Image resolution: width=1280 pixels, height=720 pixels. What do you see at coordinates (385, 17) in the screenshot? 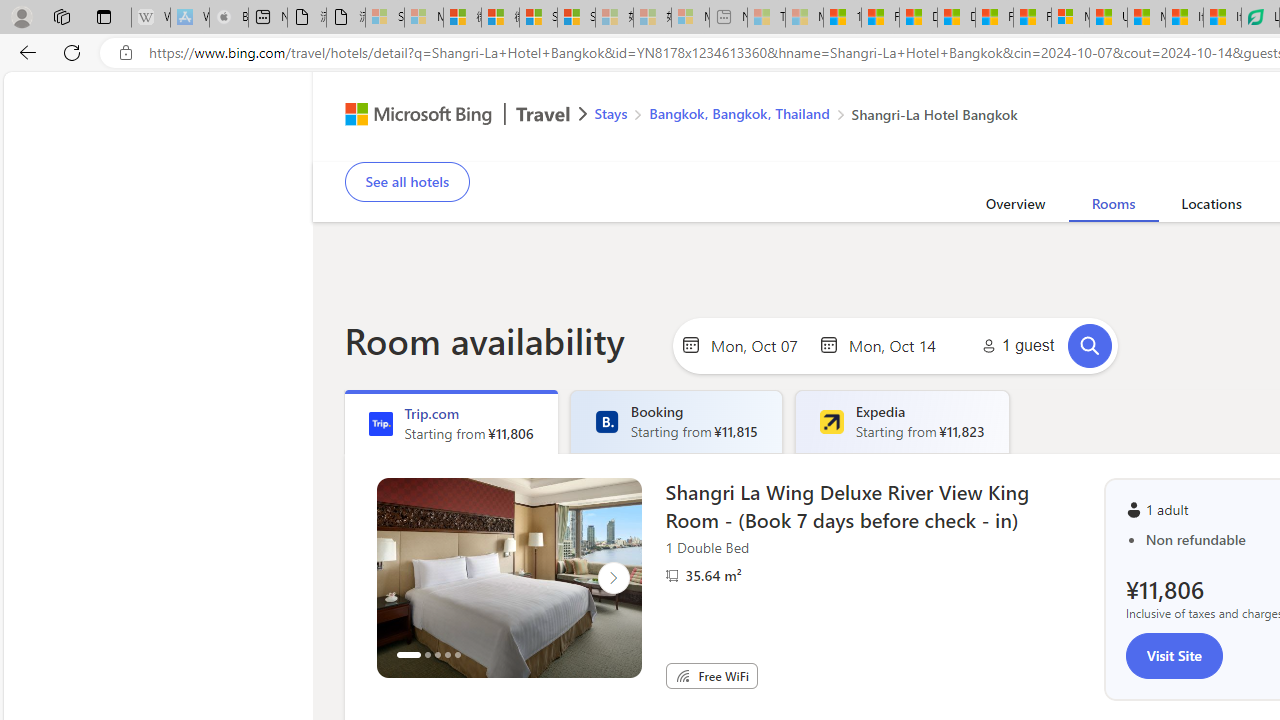
I see `'Sign in to your Microsoft account - Sleeping'` at bounding box center [385, 17].